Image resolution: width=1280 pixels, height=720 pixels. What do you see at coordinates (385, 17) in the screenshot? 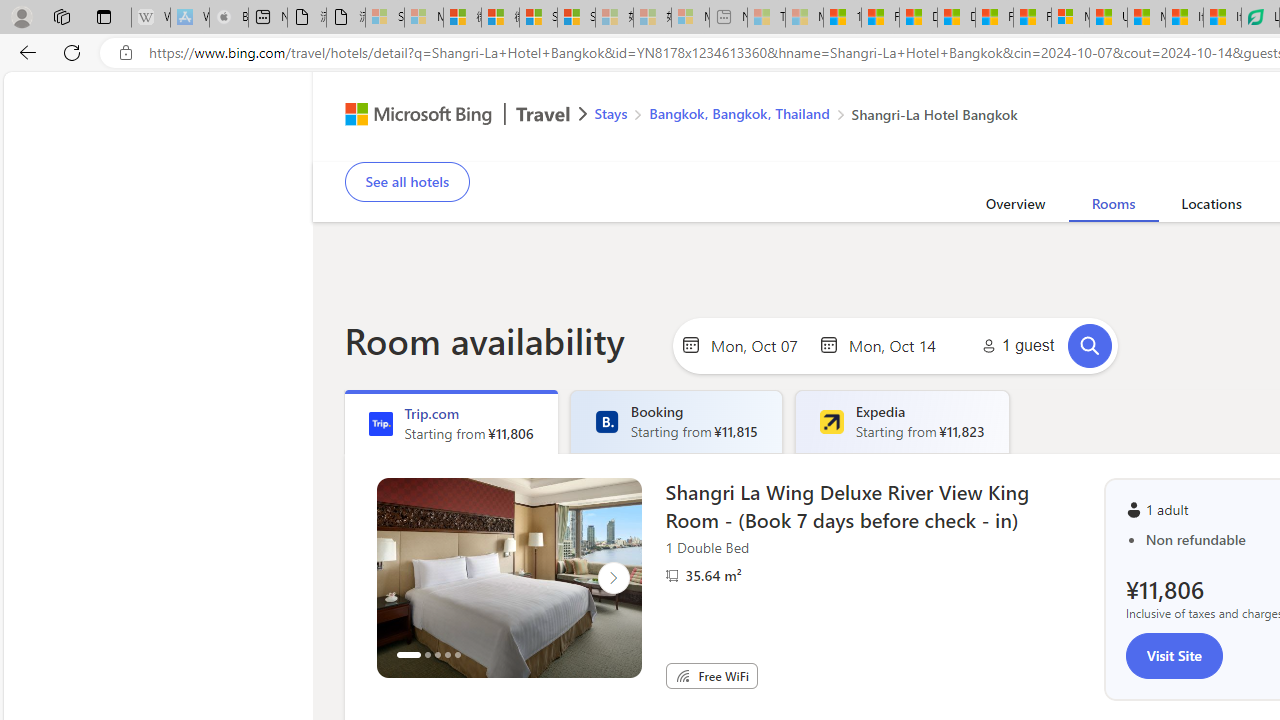
I see `'Sign in to your Microsoft account - Sleeping'` at bounding box center [385, 17].